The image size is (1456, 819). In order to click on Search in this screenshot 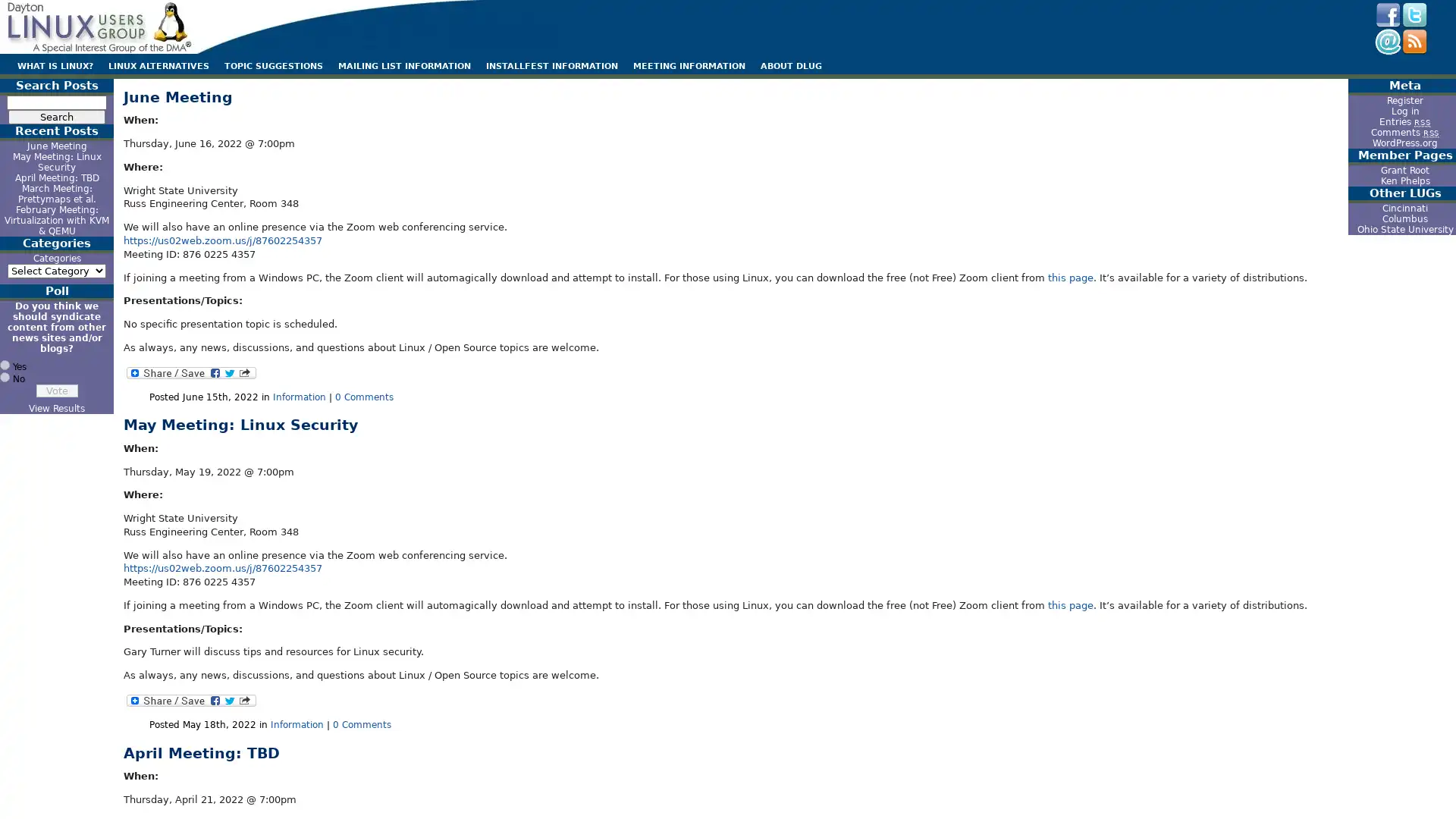, I will do `click(57, 116)`.